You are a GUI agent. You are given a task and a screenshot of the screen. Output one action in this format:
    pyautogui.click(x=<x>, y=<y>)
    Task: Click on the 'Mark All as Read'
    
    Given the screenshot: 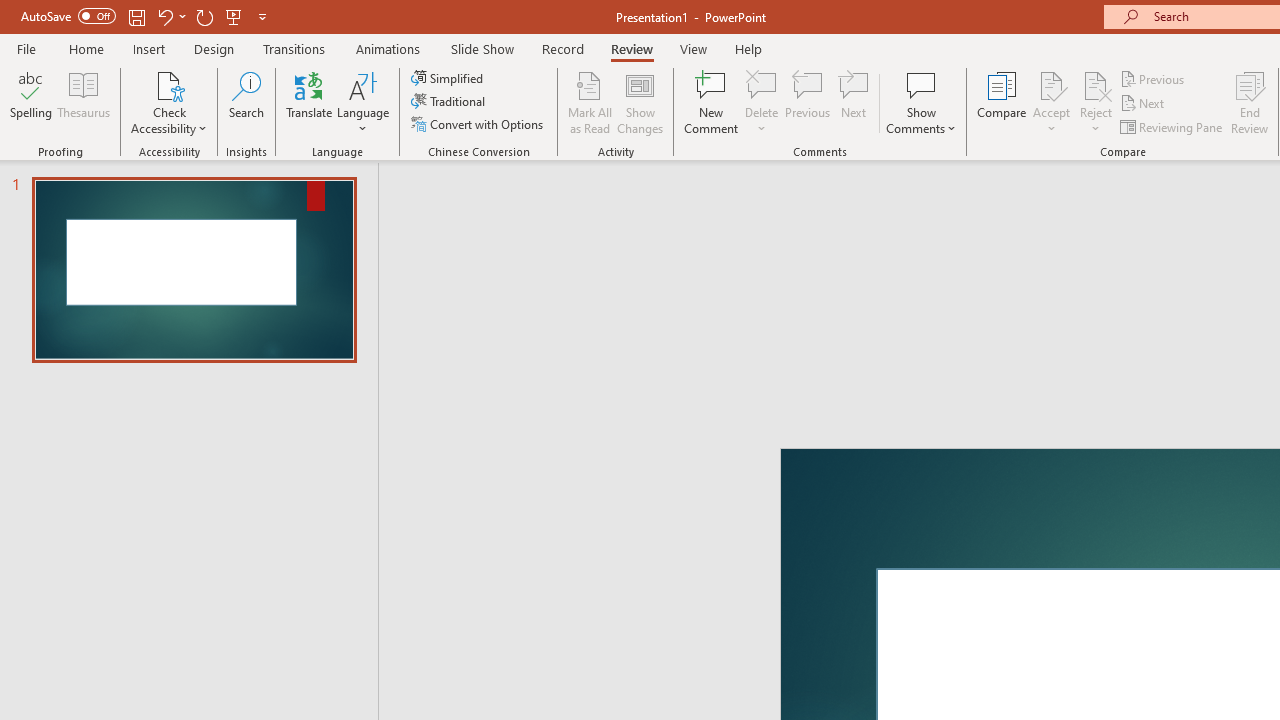 What is the action you would take?
    pyautogui.click(x=589, y=103)
    